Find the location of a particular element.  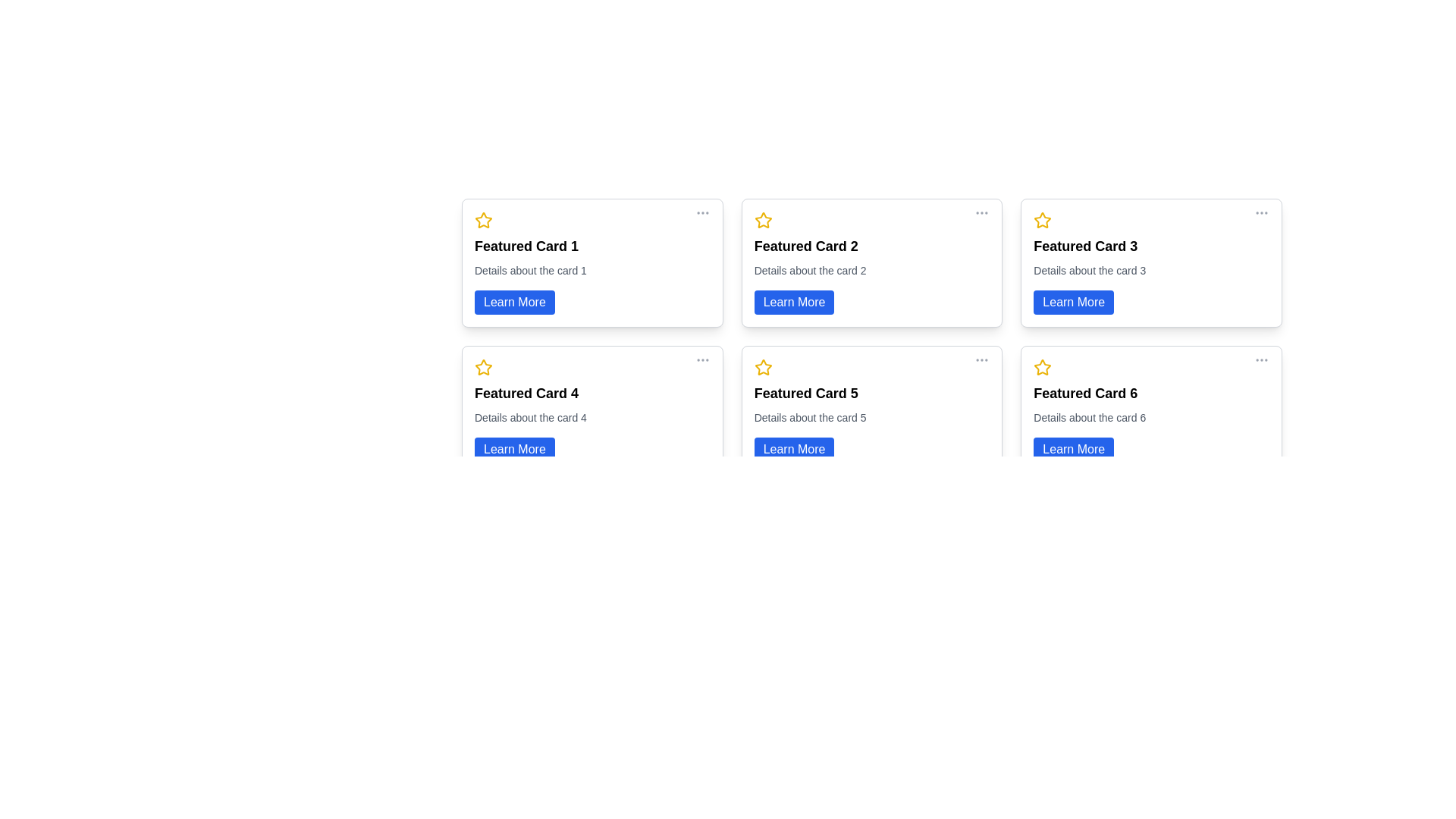

text located in the fourth card of a grid, positioned beneath 'Featured Card 4' and above the 'Learn More' button is located at coordinates (531, 418).